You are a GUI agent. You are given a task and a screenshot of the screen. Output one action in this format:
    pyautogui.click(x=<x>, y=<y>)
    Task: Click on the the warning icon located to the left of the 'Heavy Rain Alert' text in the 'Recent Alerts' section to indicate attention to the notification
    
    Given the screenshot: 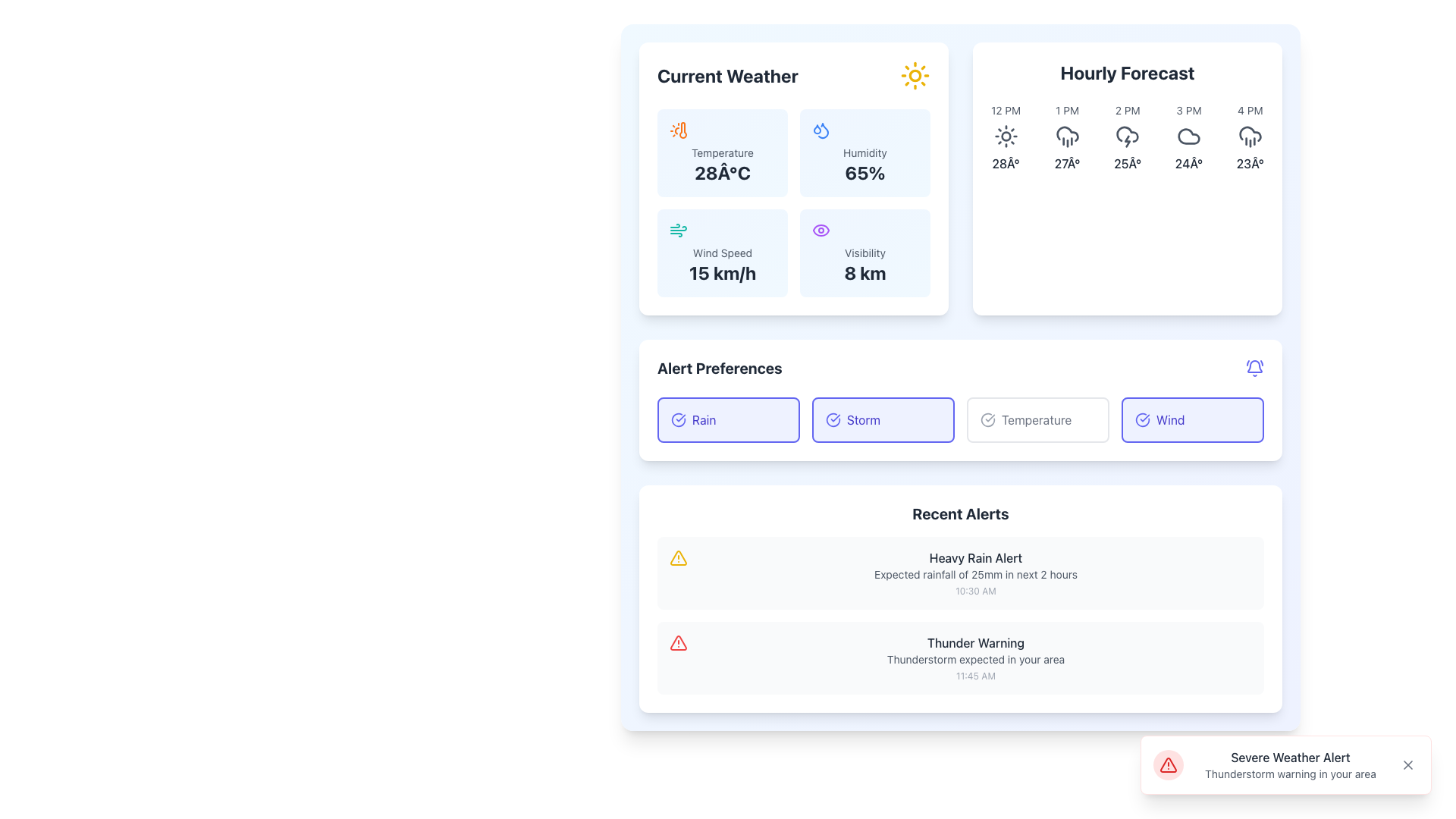 What is the action you would take?
    pyautogui.click(x=677, y=558)
    